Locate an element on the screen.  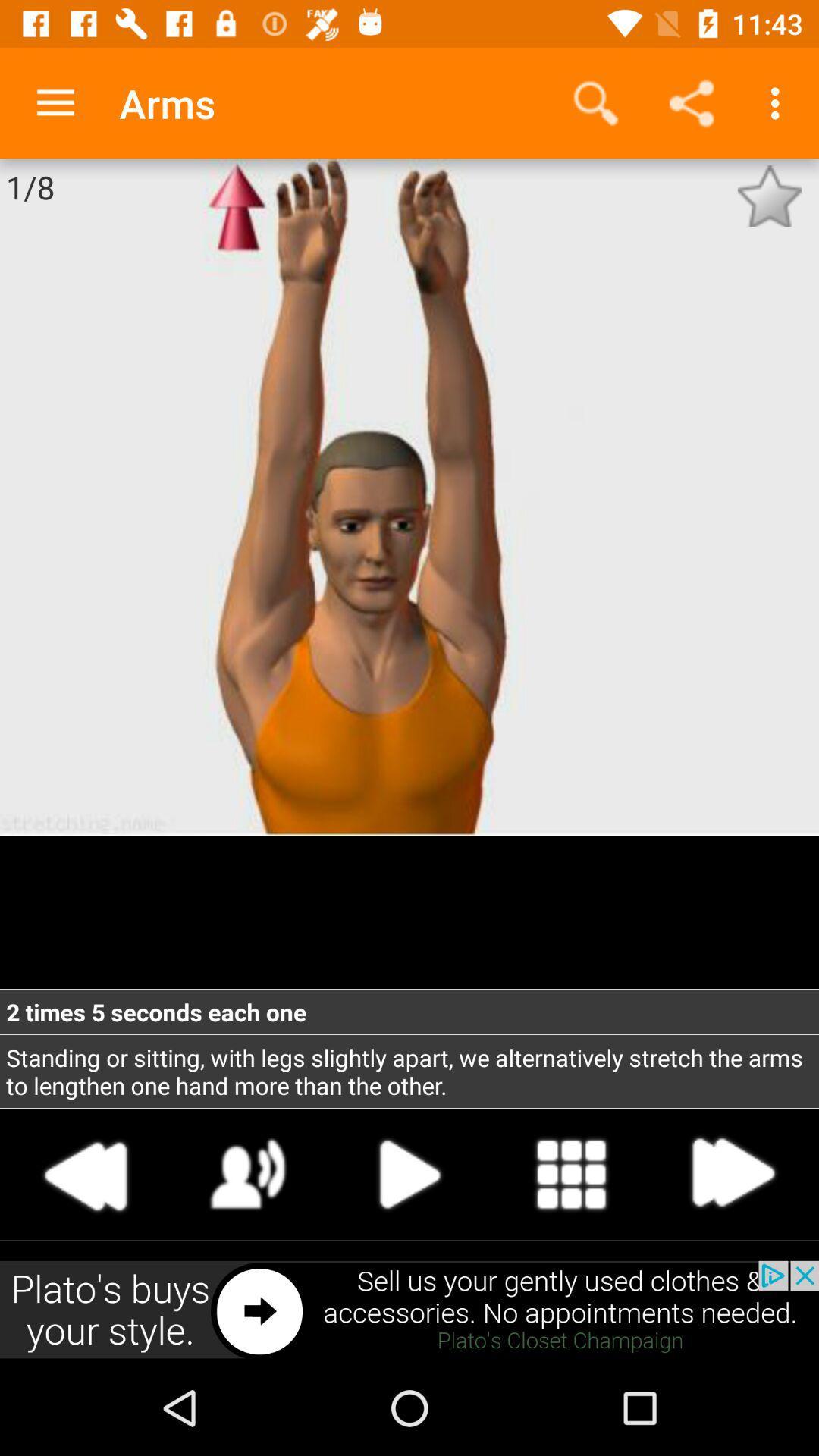
the arrow_forward icon is located at coordinates (731, 1173).